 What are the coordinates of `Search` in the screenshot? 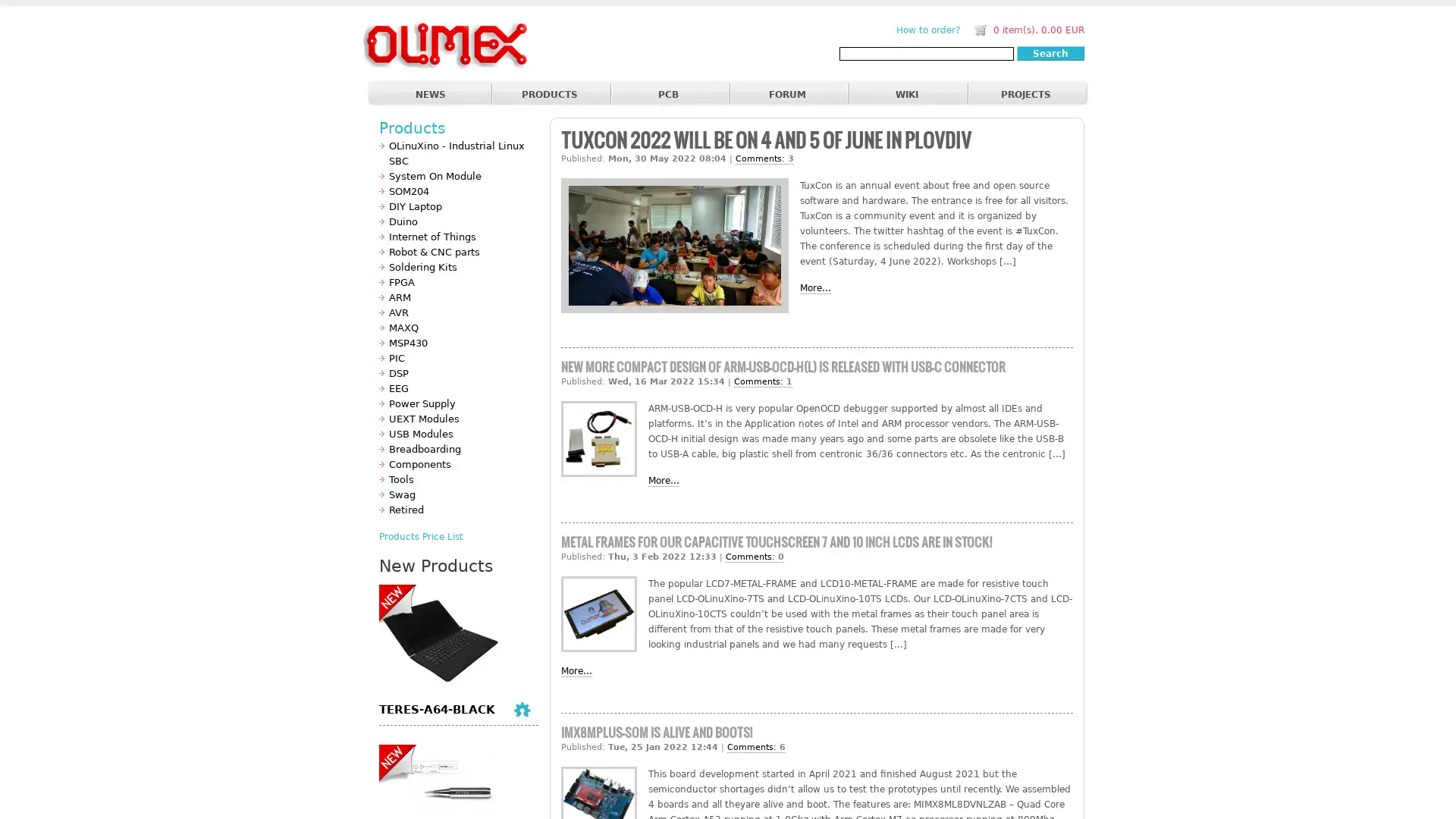 It's located at (1050, 52).